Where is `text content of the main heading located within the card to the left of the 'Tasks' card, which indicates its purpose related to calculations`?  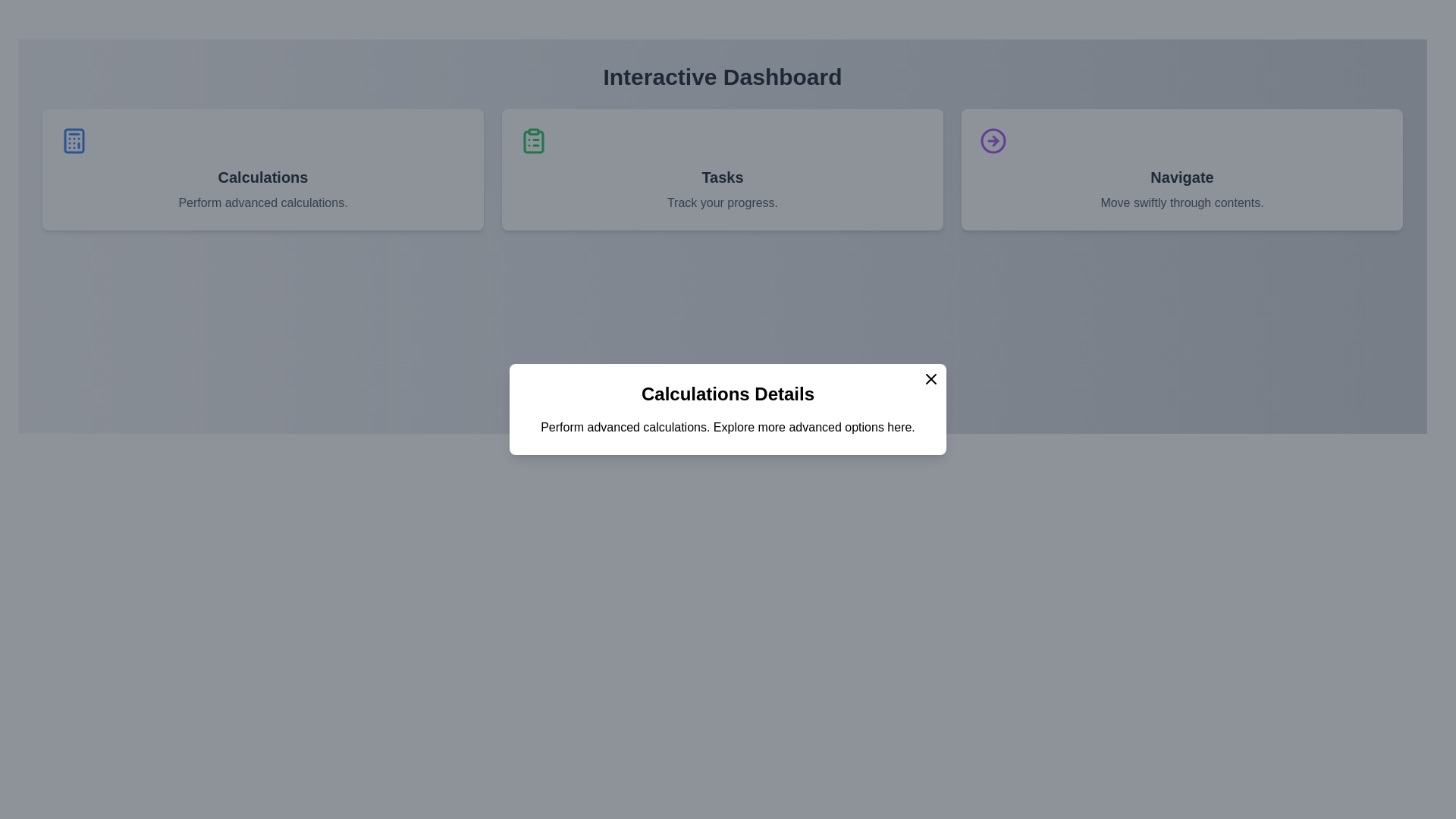 text content of the main heading located within the card to the left of the 'Tasks' card, which indicates its purpose related to calculations is located at coordinates (262, 177).